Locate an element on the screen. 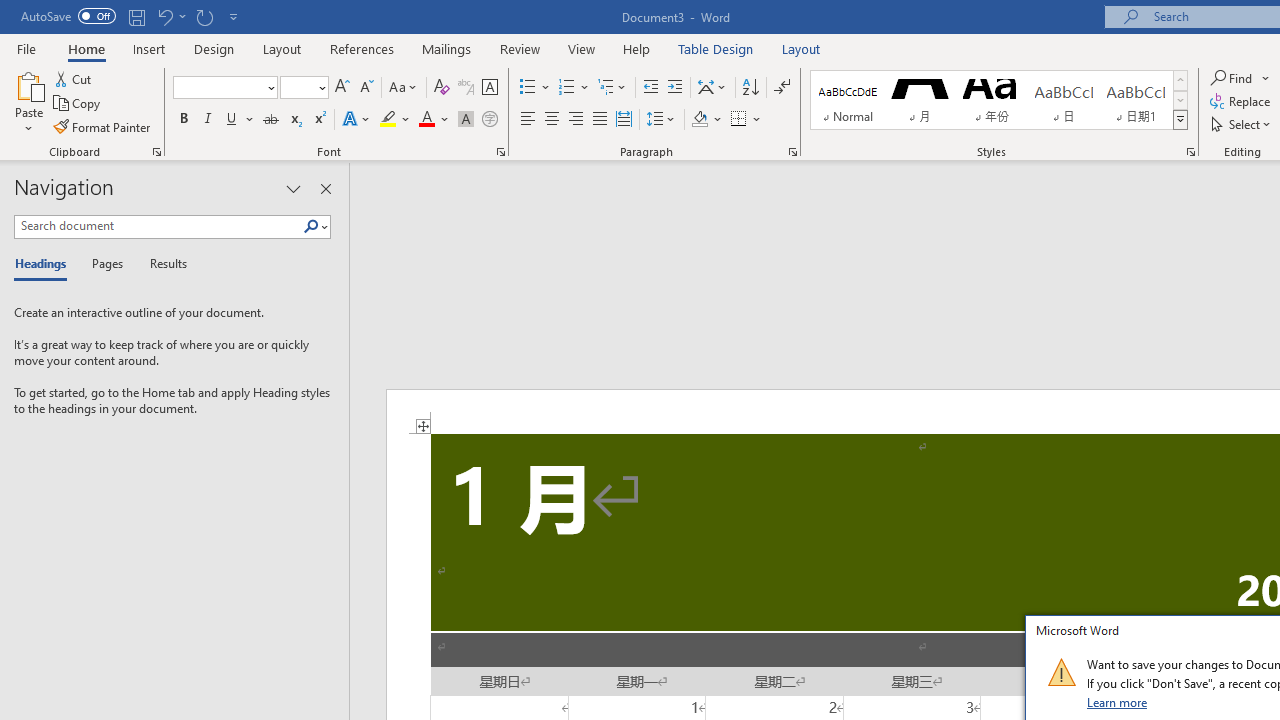 The width and height of the screenshot is (1280, 720). 'Sort...' is located at coordinates (749, 86).